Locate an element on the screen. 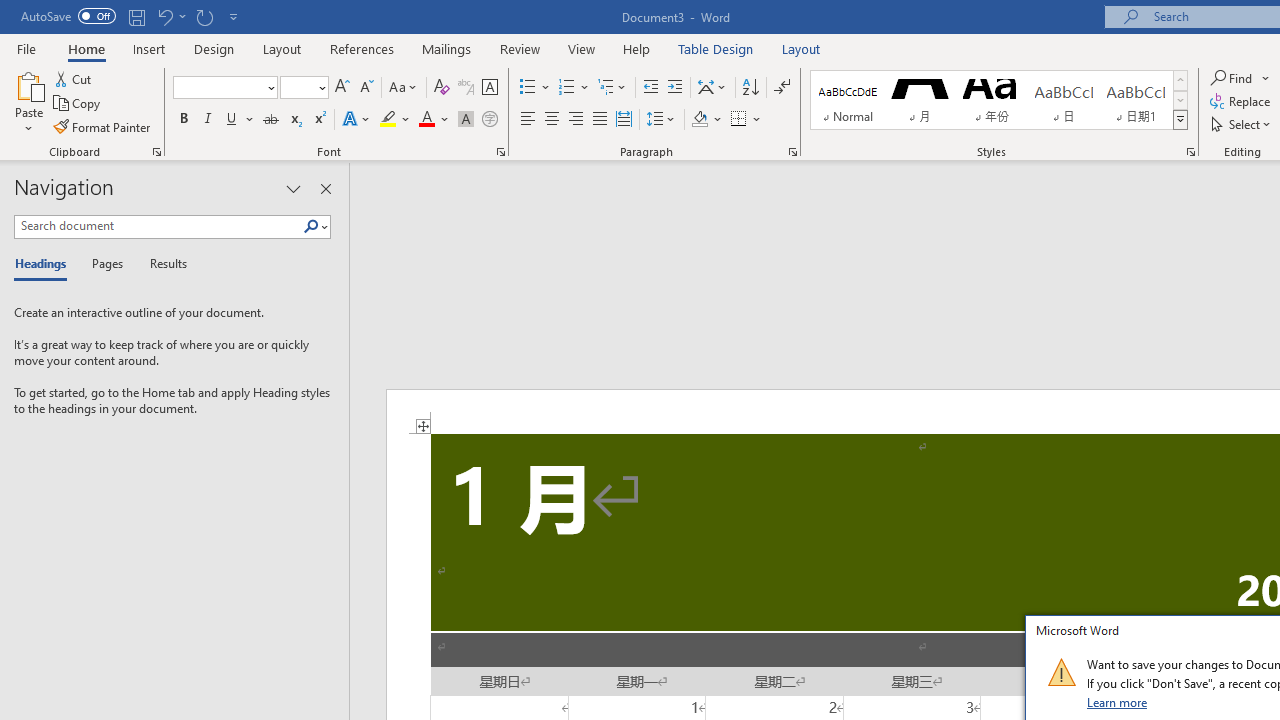 The width and height of the screenshot is (1280, 720). 'Sort...' is located at coordinates (749, 86).